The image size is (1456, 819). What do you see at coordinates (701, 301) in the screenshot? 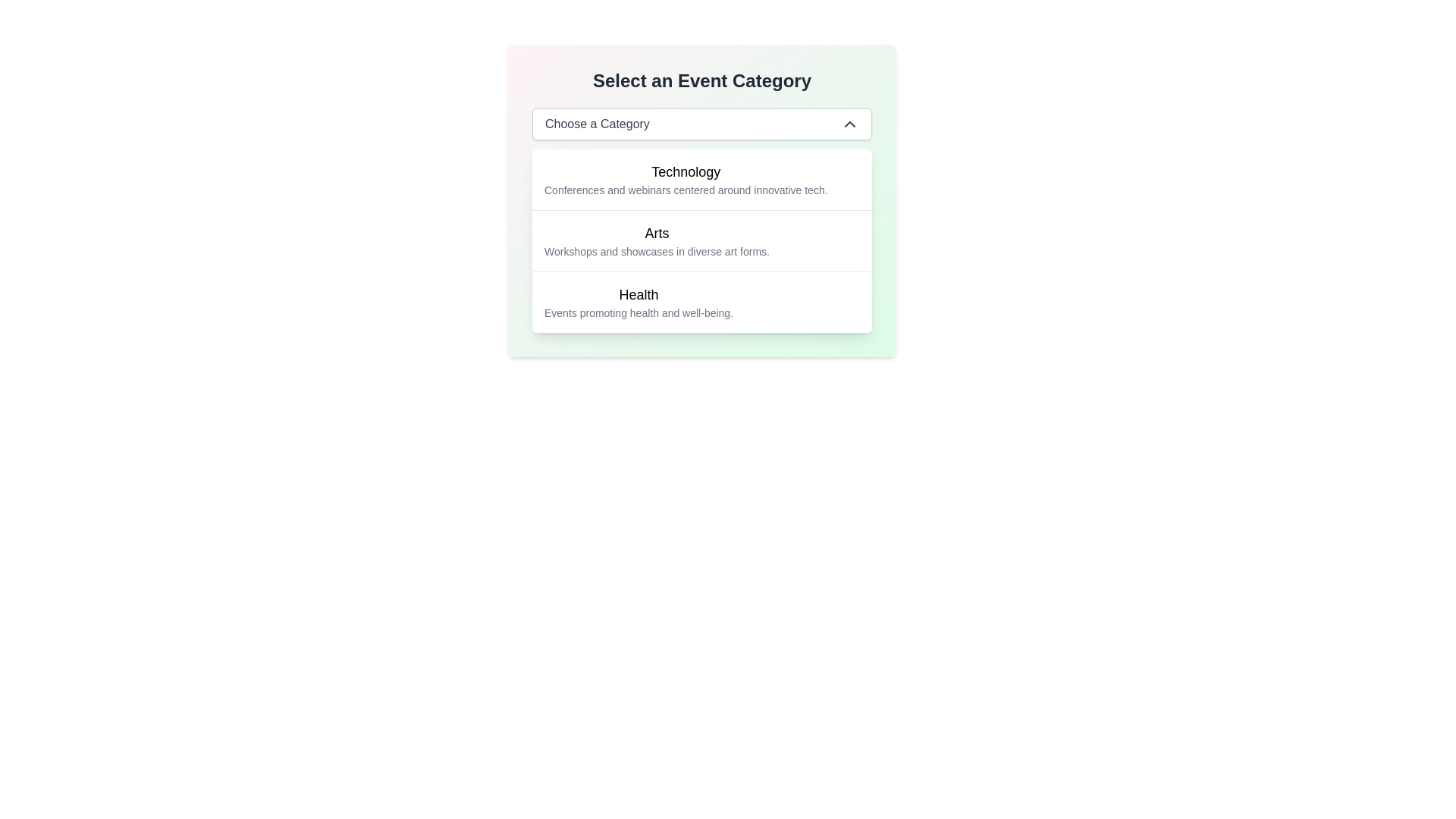
I see `the 'Health' selectable list item in the dropdown menu titled 'Select an Event Category'` at bounding box center [701, 301].